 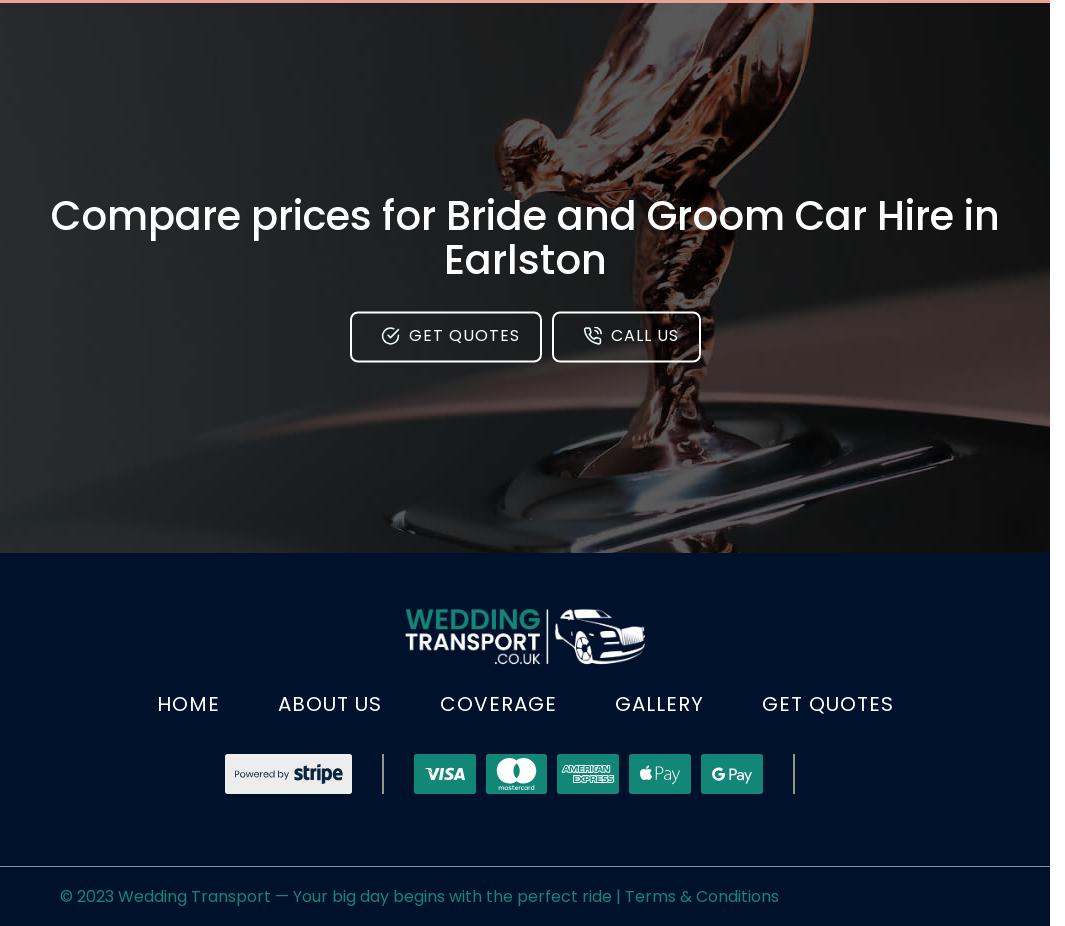 What do you see at coordinates (496, 703) in the screenshot?
I see `'Coverage'` at bounding box center [496, 703].